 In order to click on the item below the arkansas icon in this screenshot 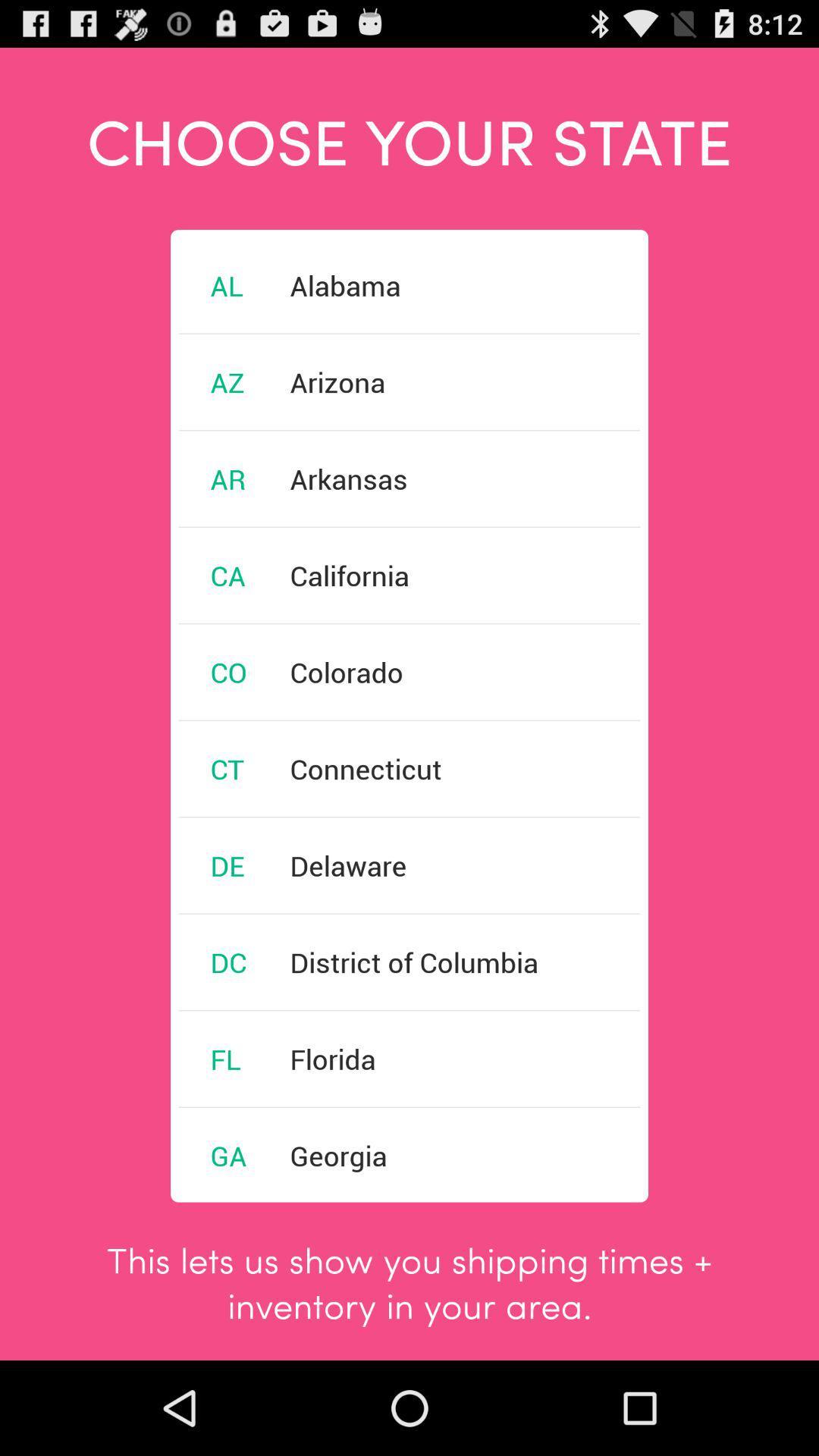, I will do `click(350, 574)`.